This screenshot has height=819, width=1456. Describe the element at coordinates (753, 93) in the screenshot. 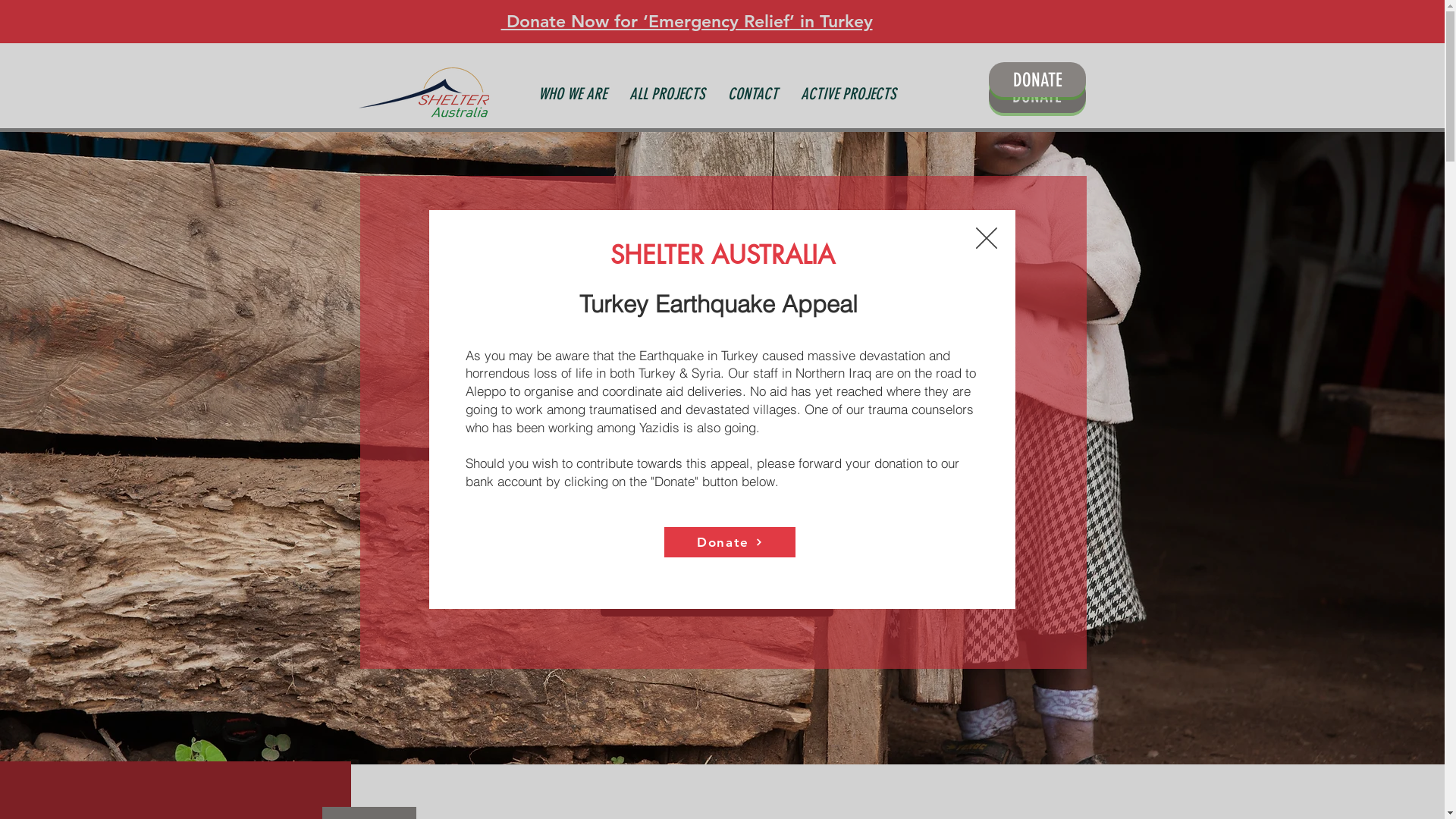

I see `'CONTACT'` at that location.